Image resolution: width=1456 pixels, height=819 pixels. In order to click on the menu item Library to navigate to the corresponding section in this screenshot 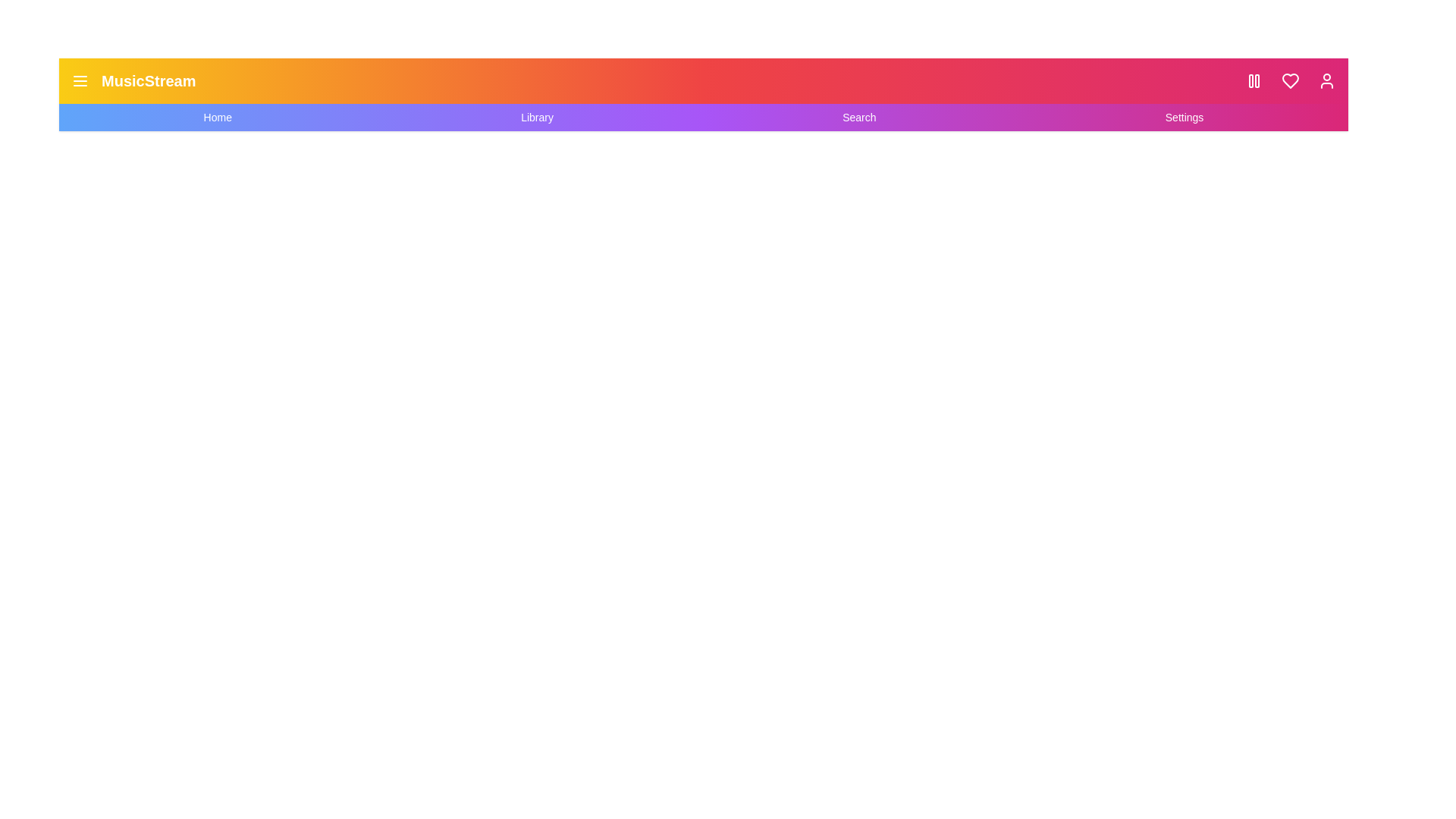, I will do `click(537, 116)`.